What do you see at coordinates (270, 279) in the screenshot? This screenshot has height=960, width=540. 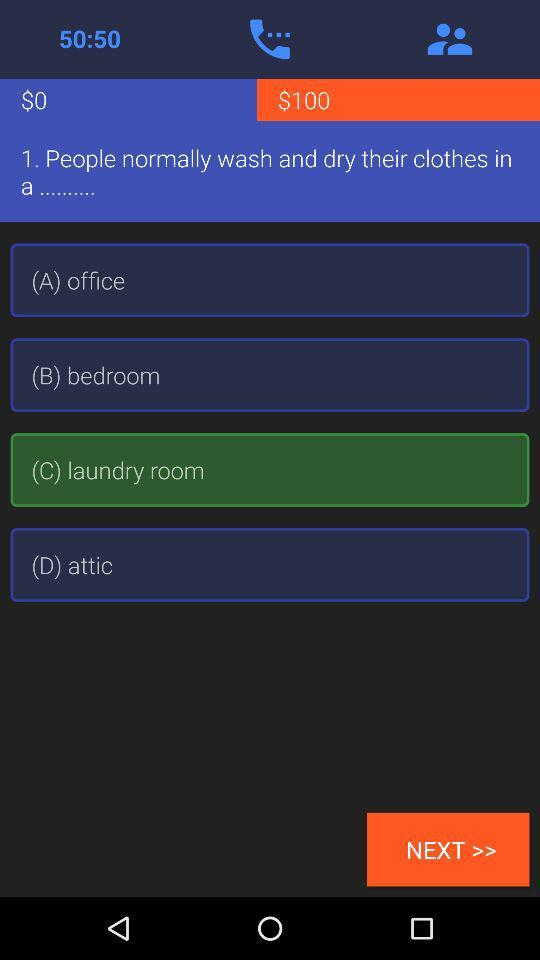 I see `(a) office icon` at bounding box center [270, 279].